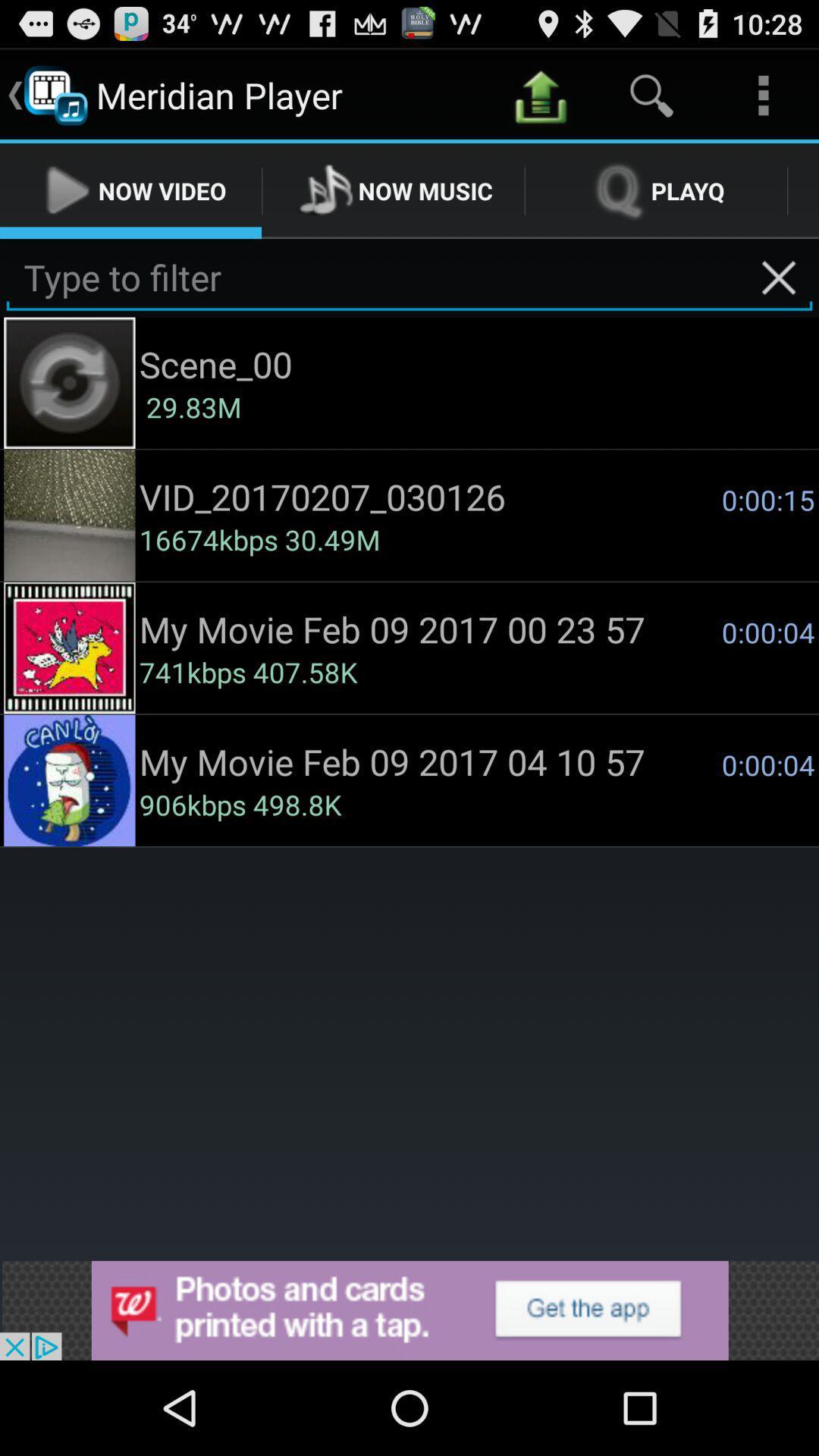 This screenshot has height=1456, width=819. What do you see at coordinates (409, 278) in the screenshot?
I see `search box` at bounding box center [409, 278].